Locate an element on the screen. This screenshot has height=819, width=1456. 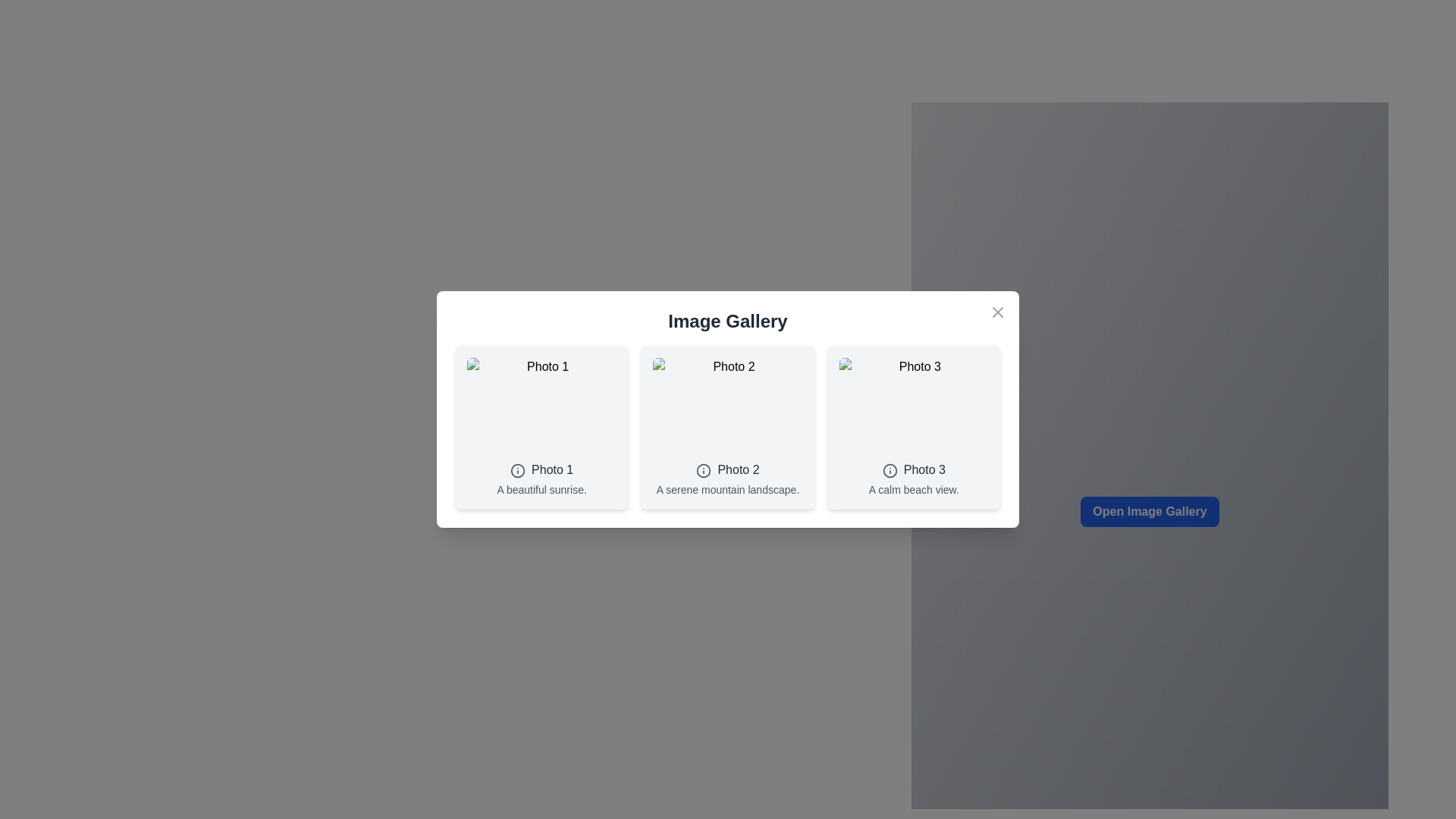
the informational icon located in the second card of the three-card layout for 'Photo 2' is located at coordinates (703, 469).